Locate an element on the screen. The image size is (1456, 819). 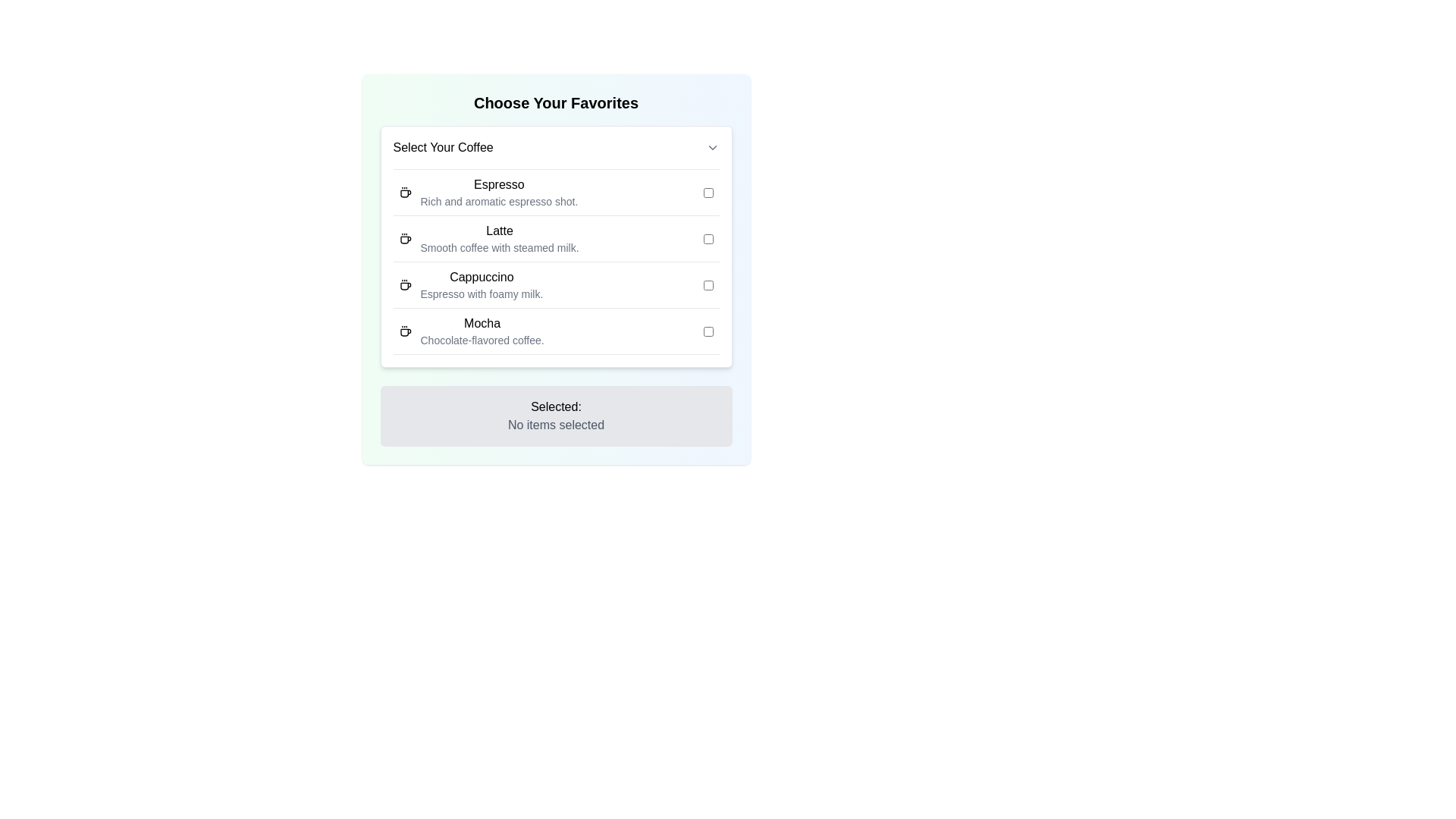
the descriptive text for the coffee type 'Mocha', which is located directly below the 'Mocha' label in the selection menu, specifically as the fourth item in the list is located at coordinates (482, 339).